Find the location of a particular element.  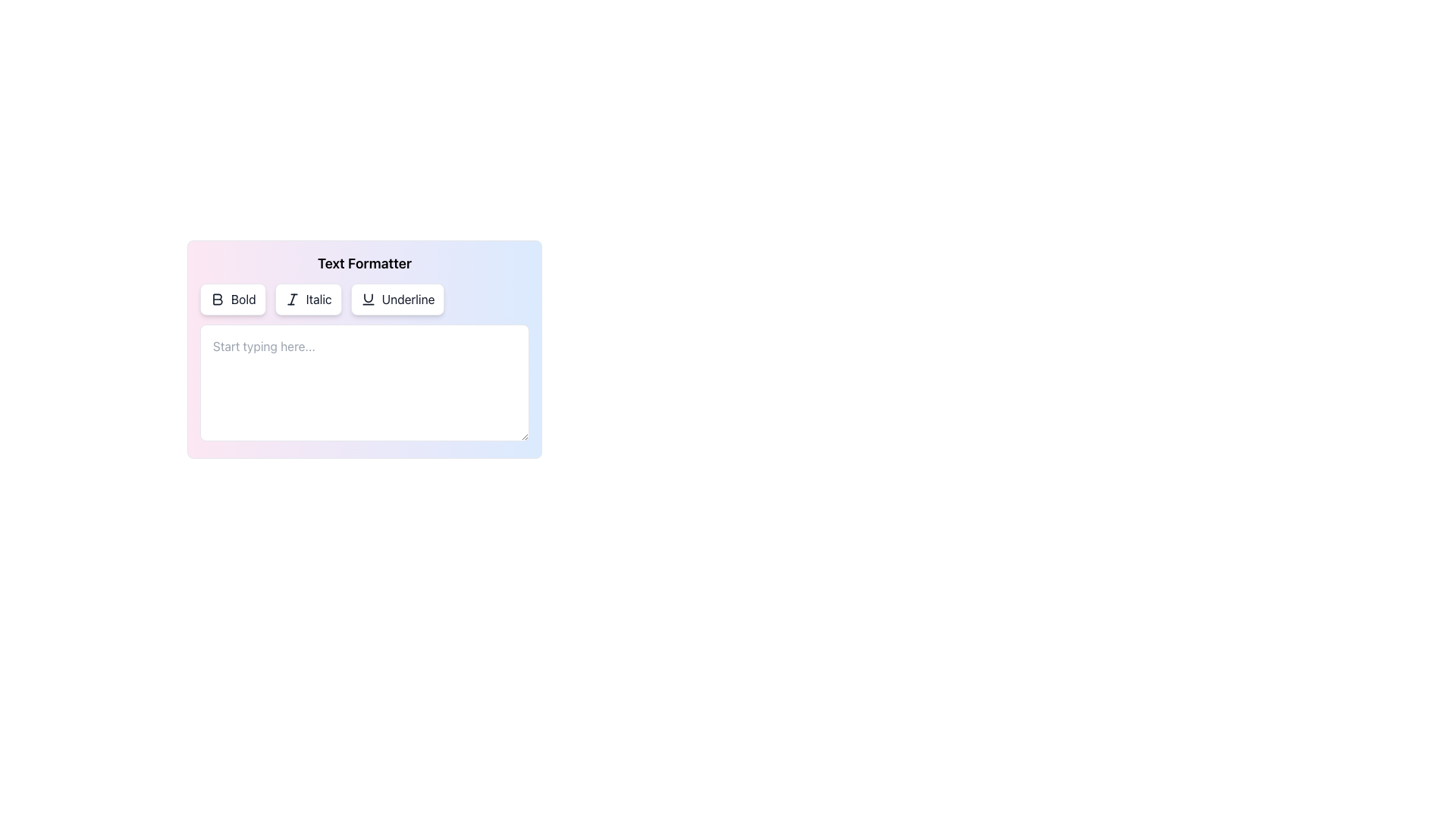

the underline text formatting icon located within the 'Underline' button, which is the third button in the top center toolbar group is located at coordinates (368, 299).